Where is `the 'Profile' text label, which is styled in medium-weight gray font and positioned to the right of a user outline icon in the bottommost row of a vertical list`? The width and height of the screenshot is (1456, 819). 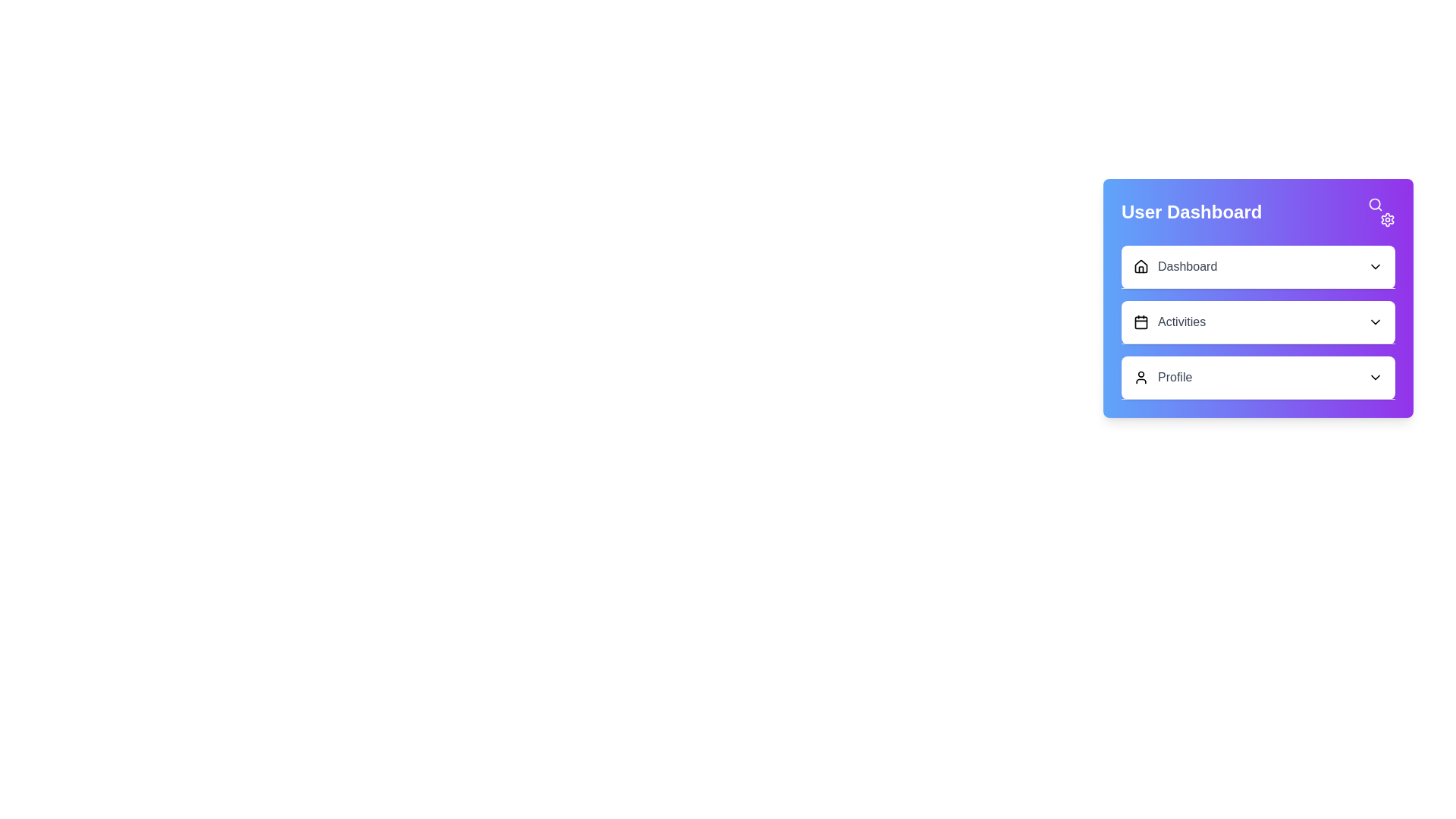 the 'Profile' text label, which is styled in medium-weight gray font and positioned to the right of a user outline icon in the bottommost row of a vertical list is located at coordinates (1174, 376).